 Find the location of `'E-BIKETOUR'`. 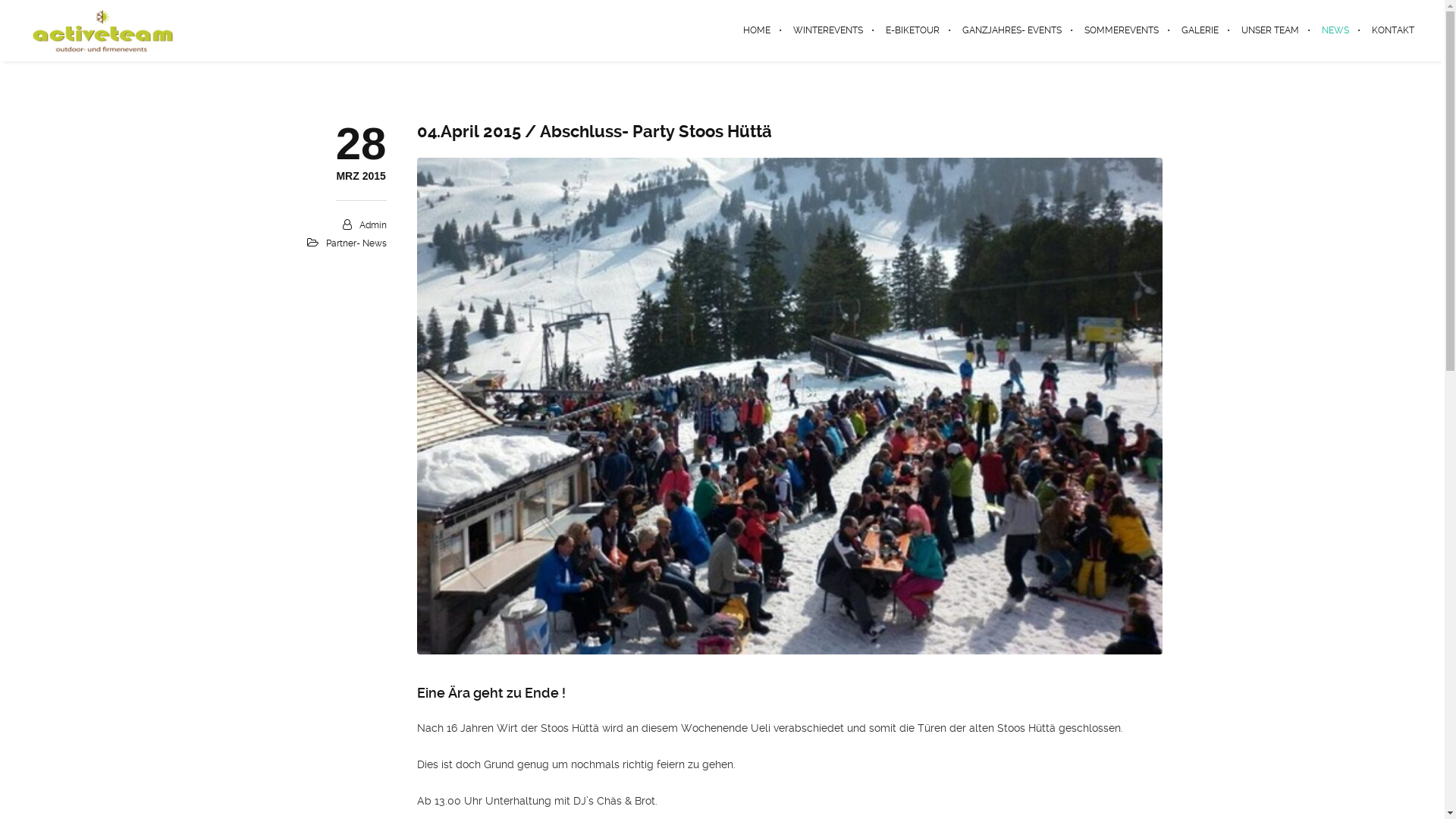

'E-BIKETOUR' is located at coordinates (912, 30).